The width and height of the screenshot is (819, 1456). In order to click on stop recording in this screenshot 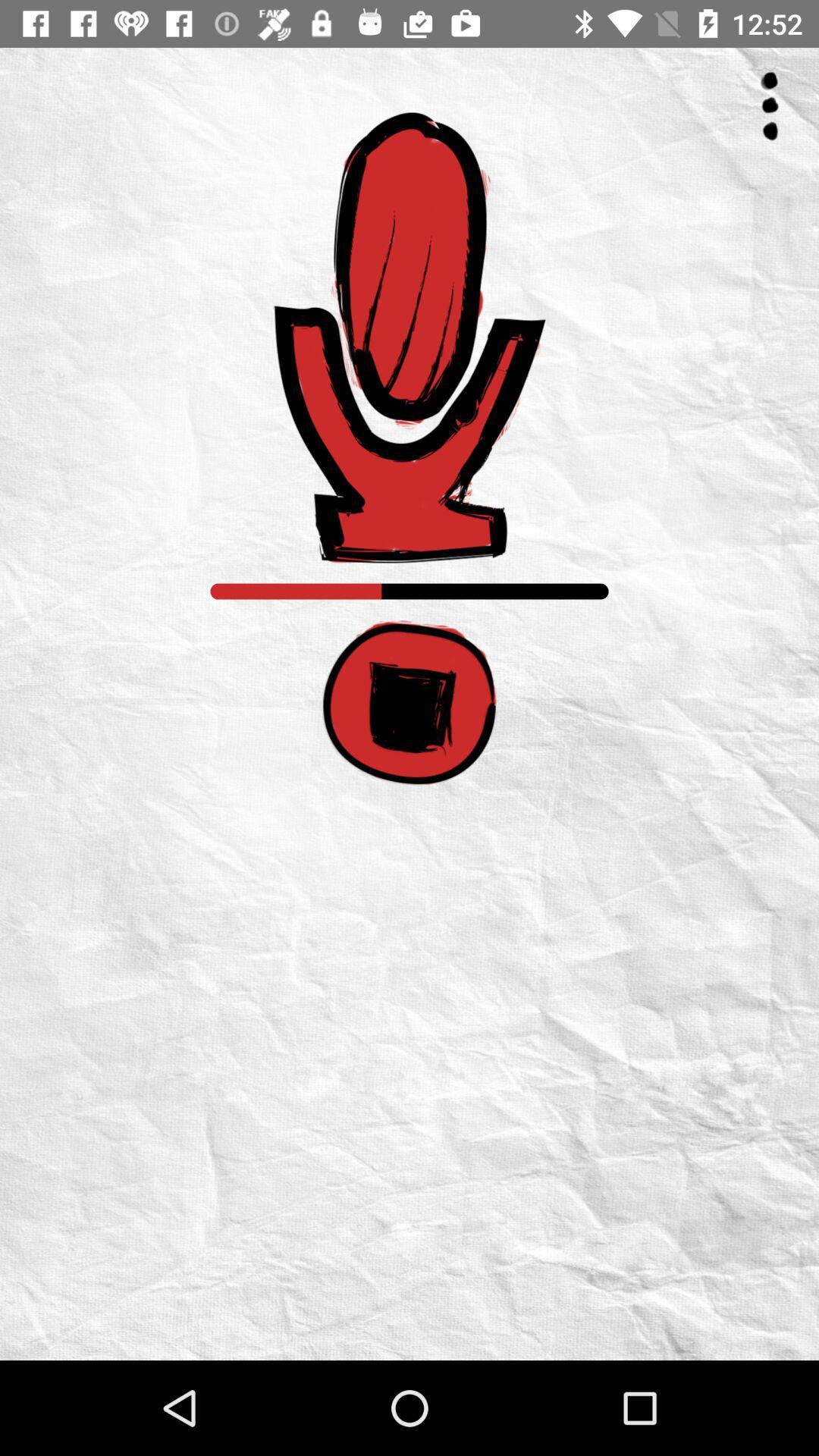, I will do `click(409, 701)`.